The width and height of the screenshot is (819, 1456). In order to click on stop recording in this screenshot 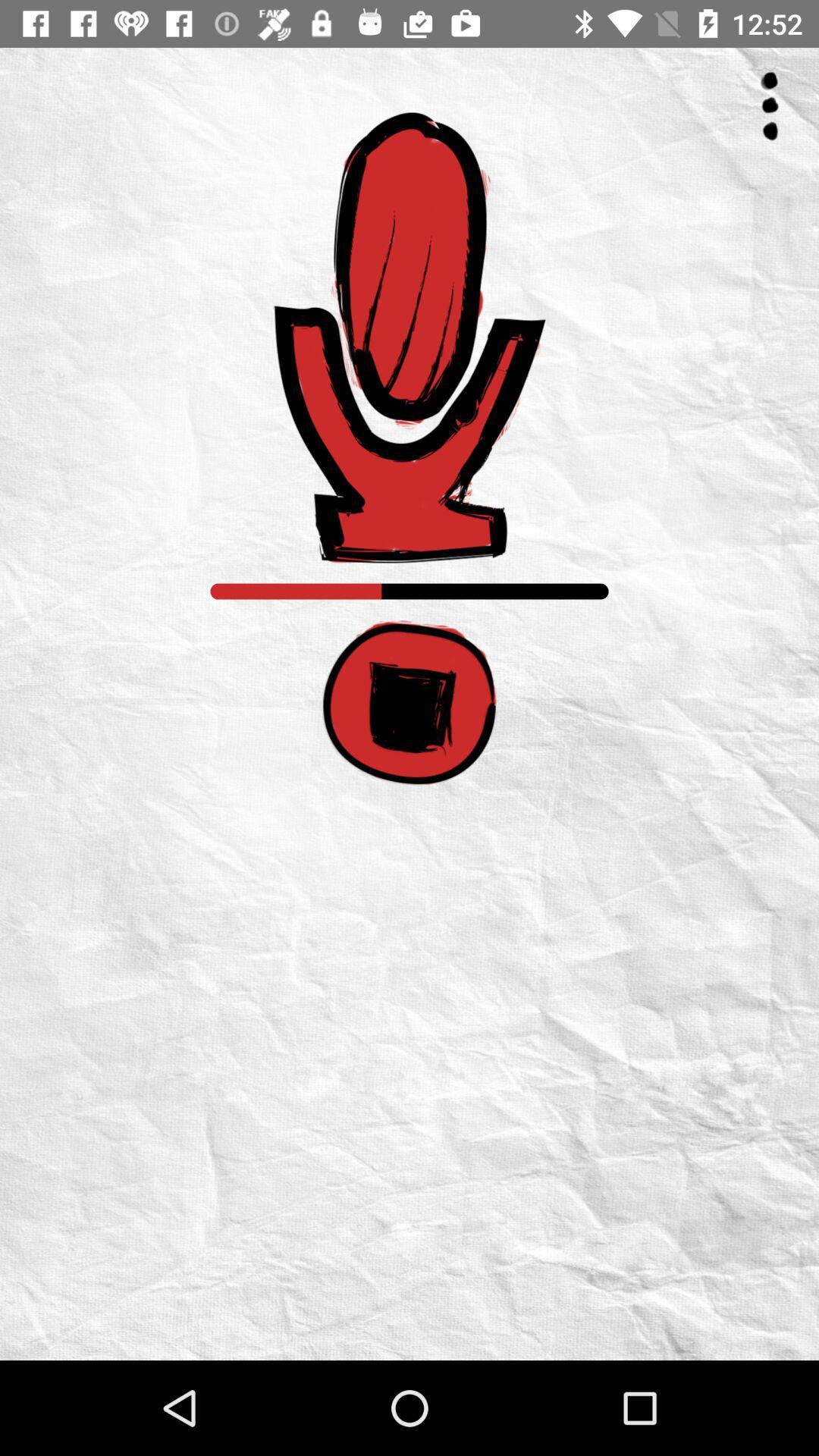, I will do `click(409, 701)`.